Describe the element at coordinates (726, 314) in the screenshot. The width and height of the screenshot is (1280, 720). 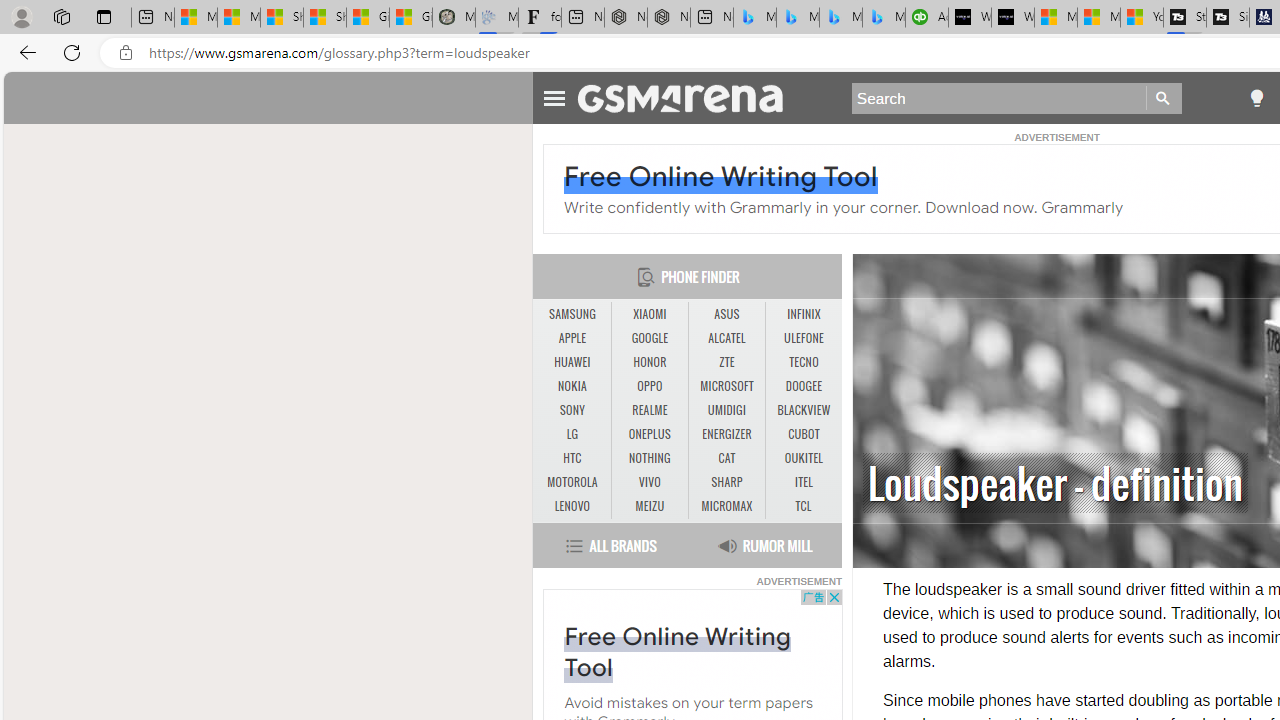
I see `'ASUS'` at that location.